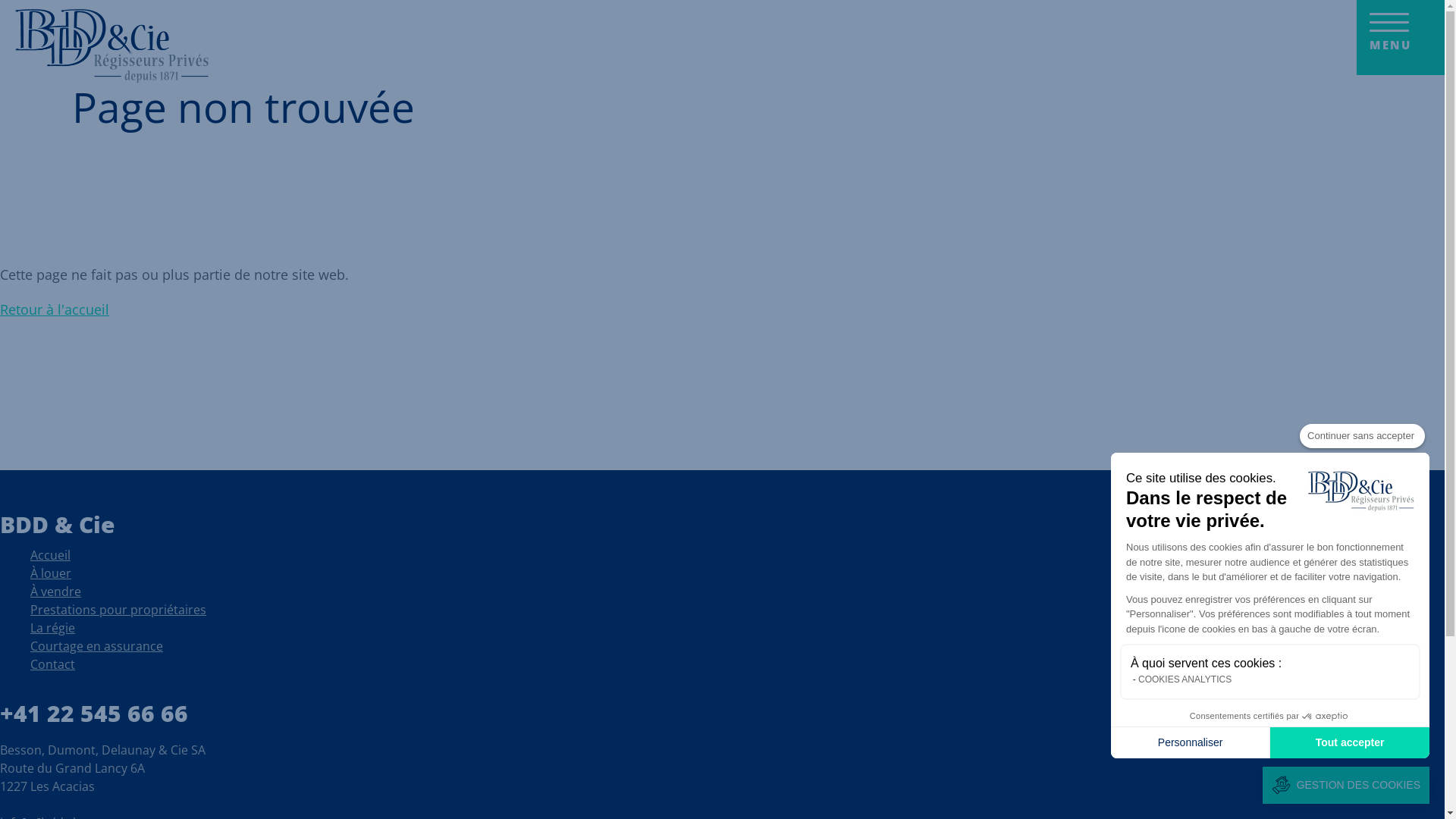 The height and width of the screenshot is (819, 1456). Describe the element at coordinates (52, 666) in the screenshot. I see `'Contact'` at that location.